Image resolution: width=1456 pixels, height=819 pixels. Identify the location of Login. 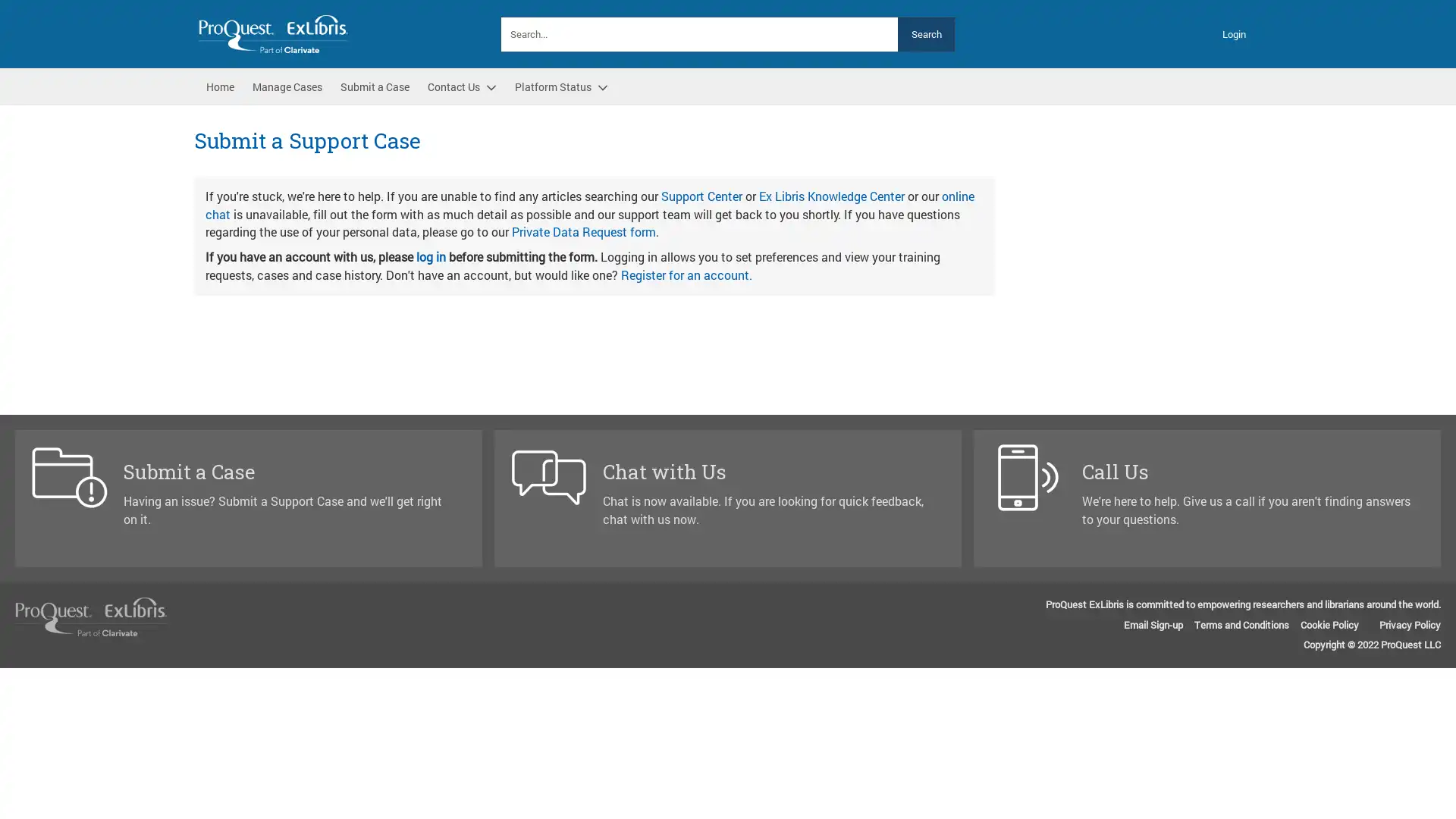
(1234, 34).